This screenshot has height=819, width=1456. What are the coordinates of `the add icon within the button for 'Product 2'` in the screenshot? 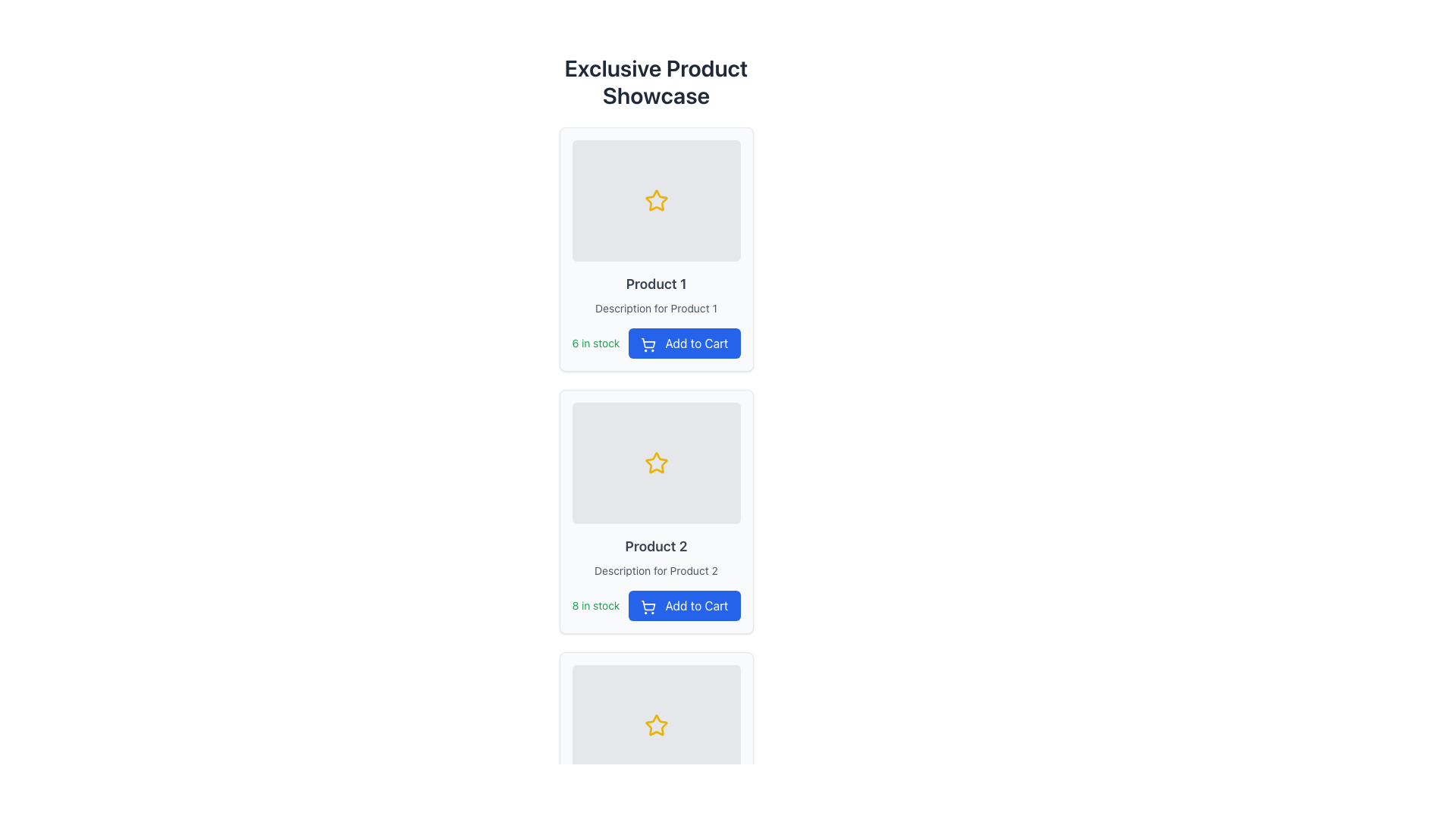 It's located at (648, 604).